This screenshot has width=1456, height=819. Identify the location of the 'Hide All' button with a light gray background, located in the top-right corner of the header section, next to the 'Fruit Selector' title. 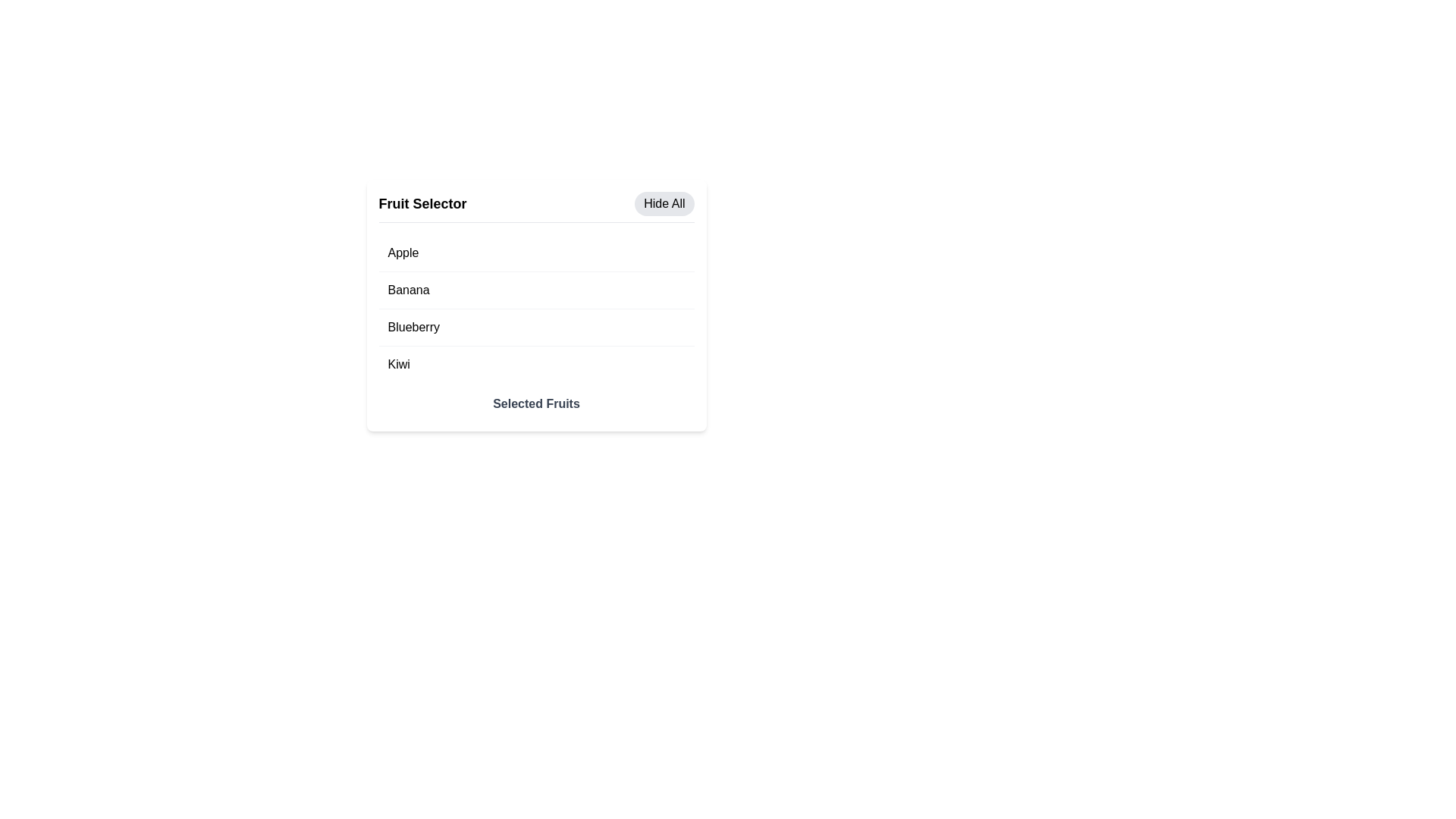
(664, 203).